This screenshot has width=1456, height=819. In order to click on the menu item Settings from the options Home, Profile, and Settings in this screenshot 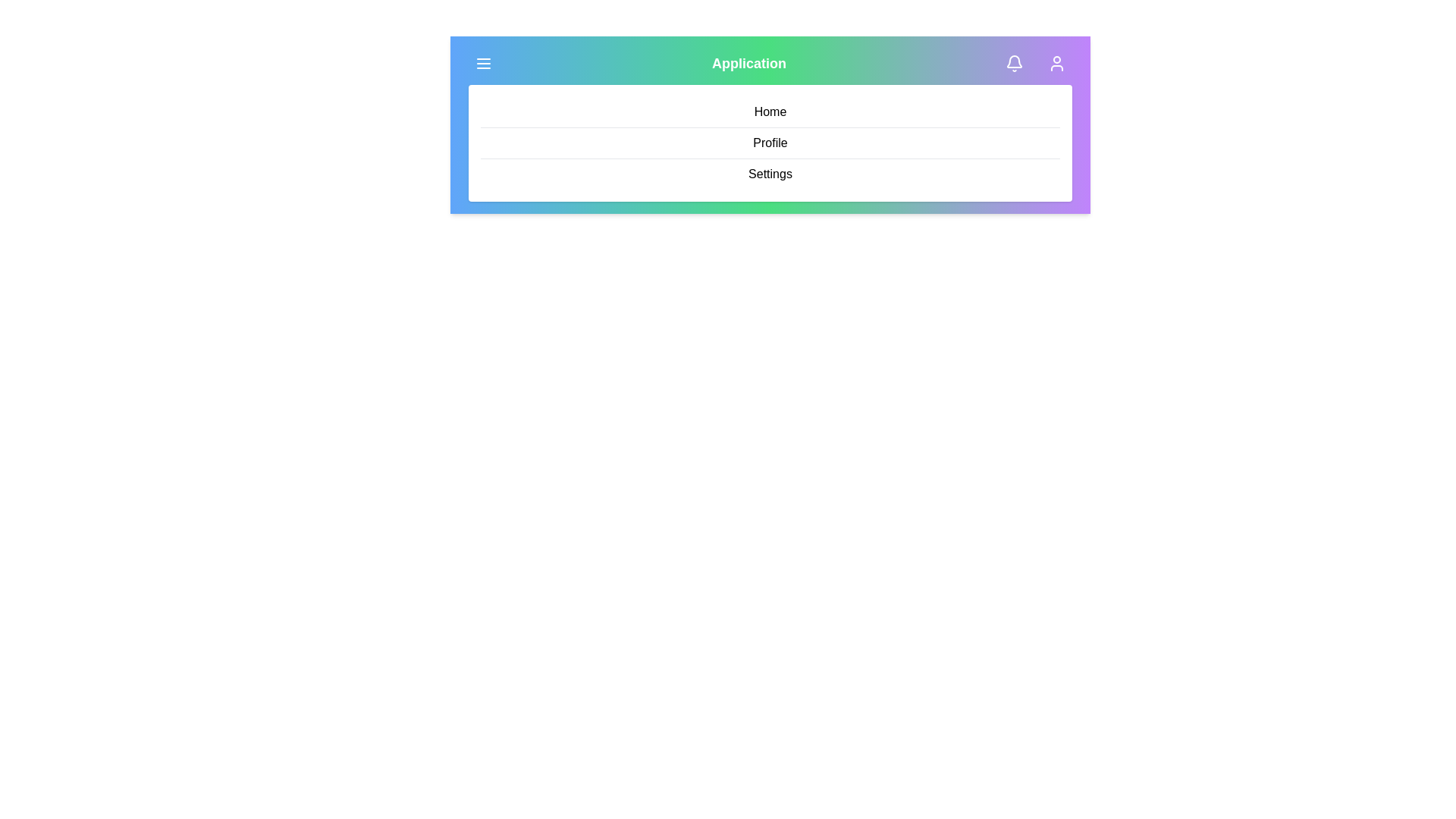, I will do `click(770, 174)`.